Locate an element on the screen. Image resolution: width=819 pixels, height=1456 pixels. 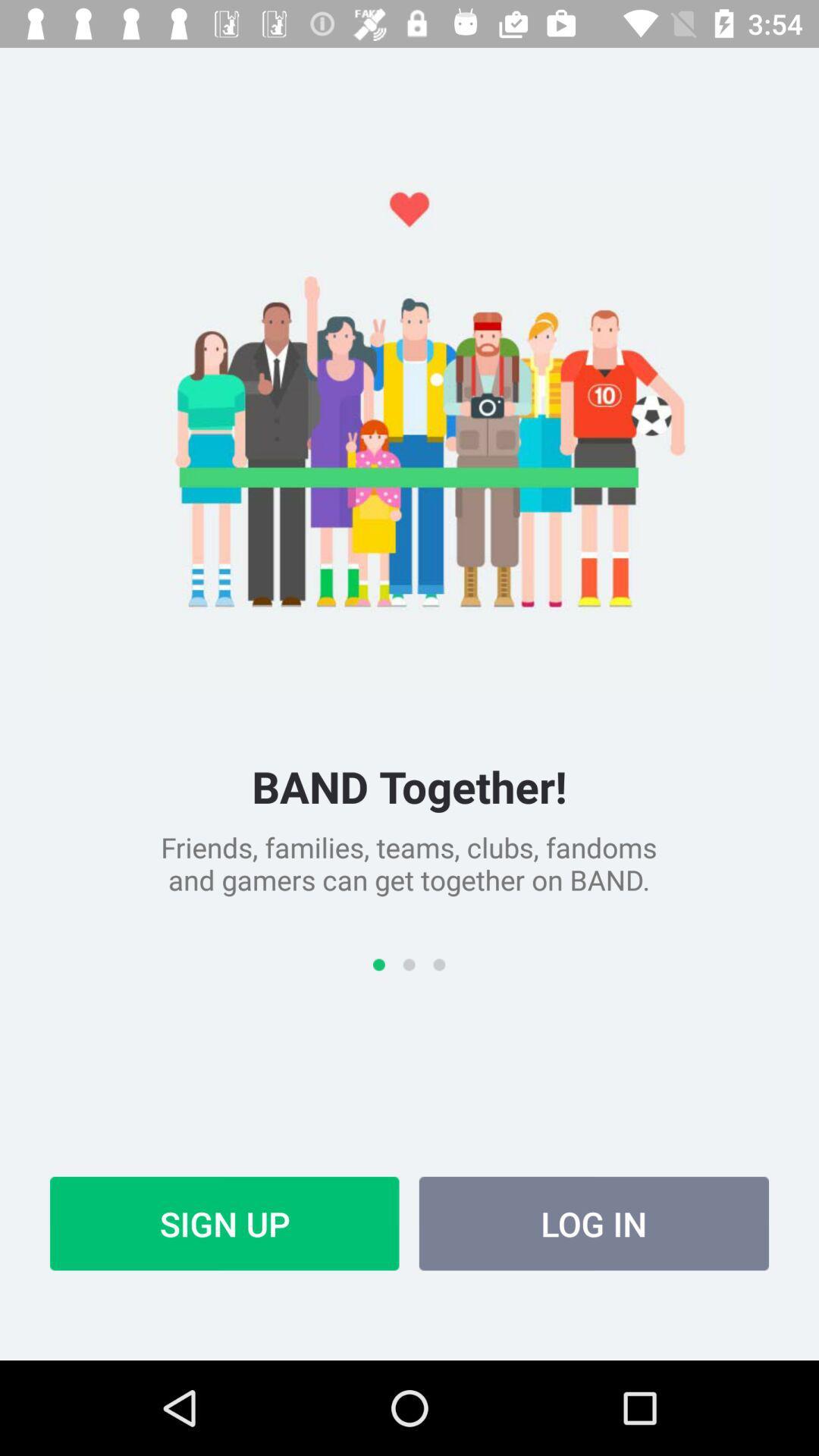
the log in icon is located at coordinates (593, 1223).